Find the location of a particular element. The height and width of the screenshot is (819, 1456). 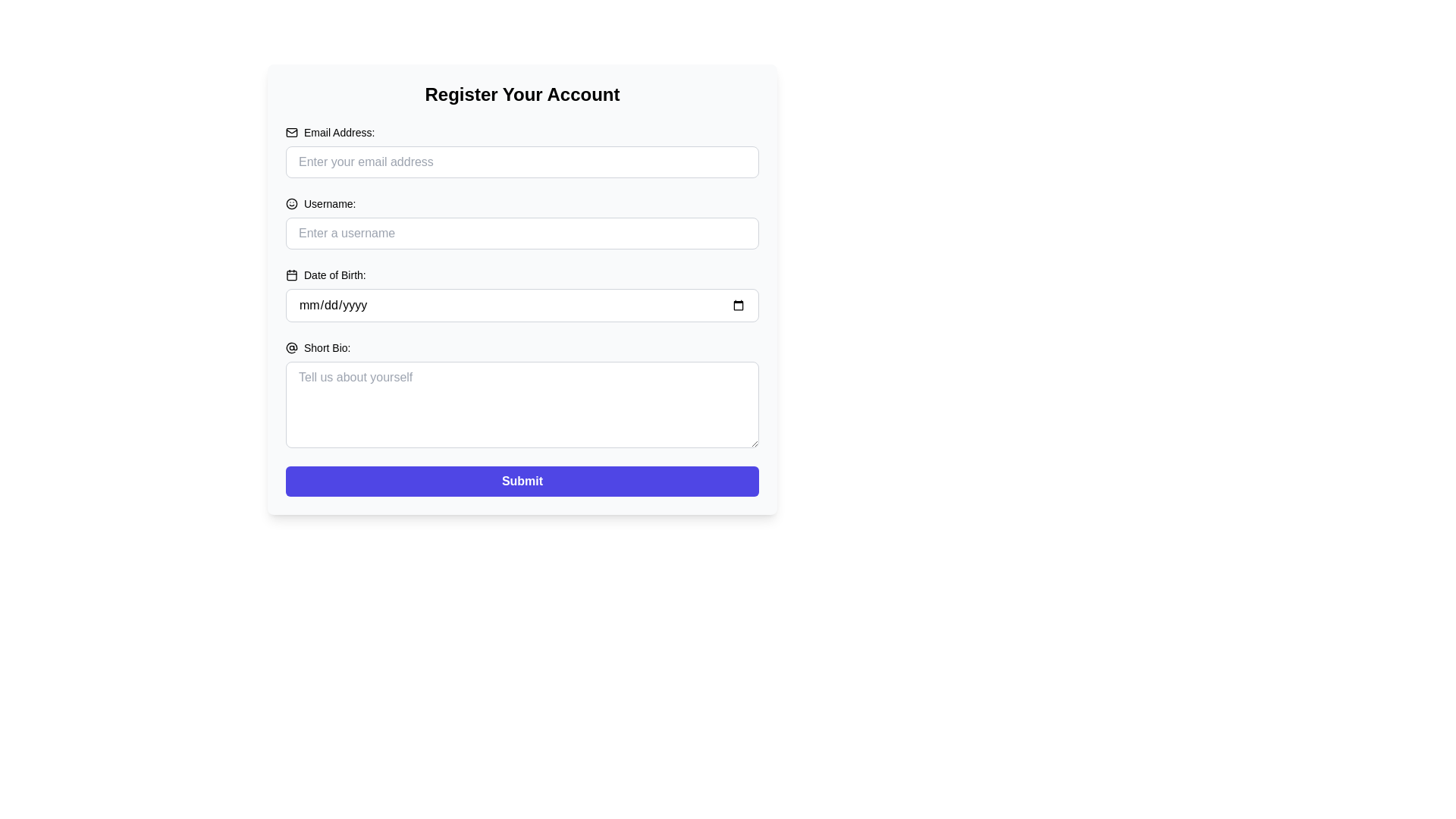

the minimalist envelope icon located in the top-left corner of the email address input label in the registration form is located at coordinates (291, 131).